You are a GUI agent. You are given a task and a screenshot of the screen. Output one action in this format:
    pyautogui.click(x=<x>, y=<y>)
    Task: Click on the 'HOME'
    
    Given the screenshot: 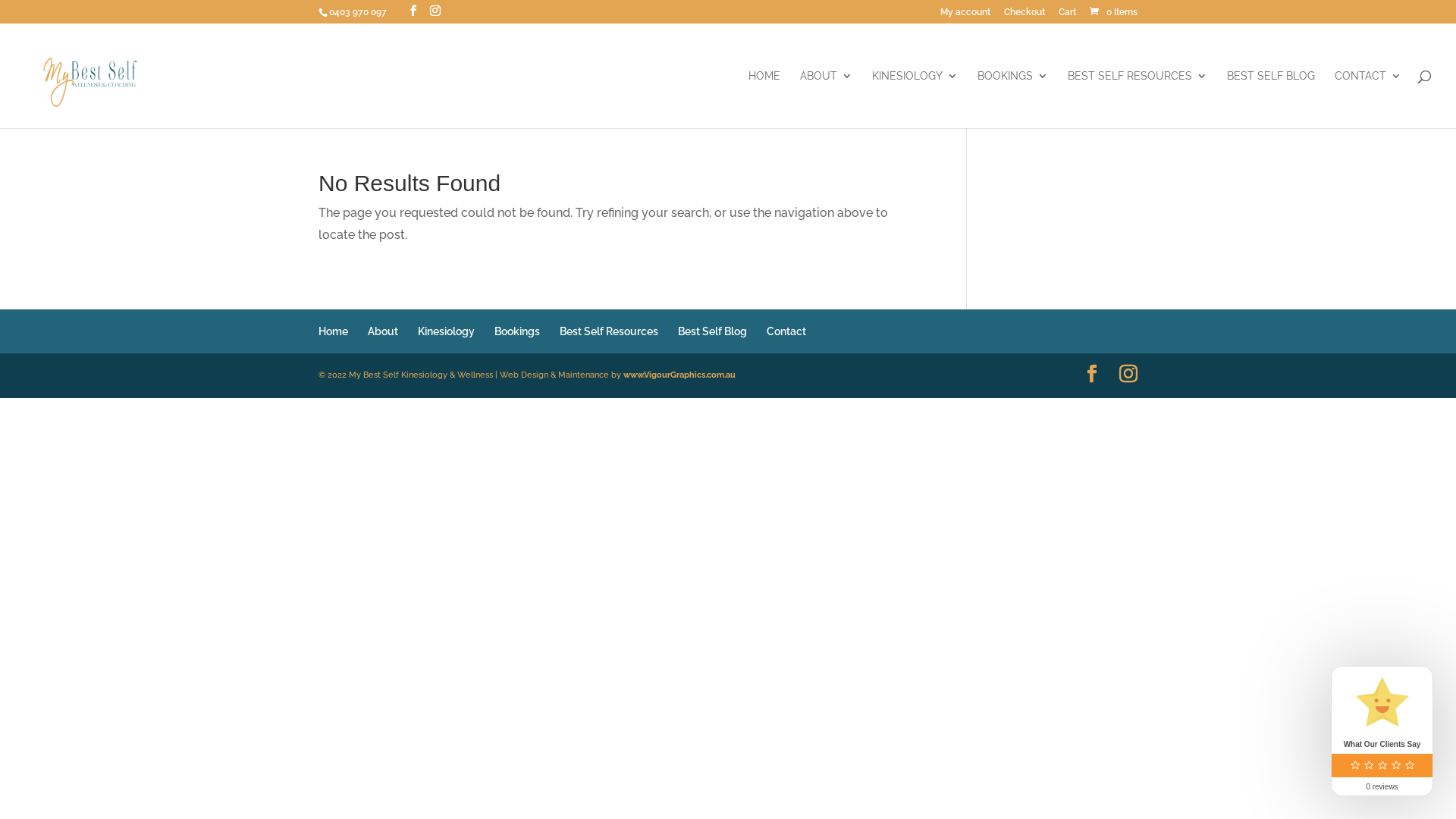 What is the action you would take?
    pyautogui.click(x=764, y=99)
    